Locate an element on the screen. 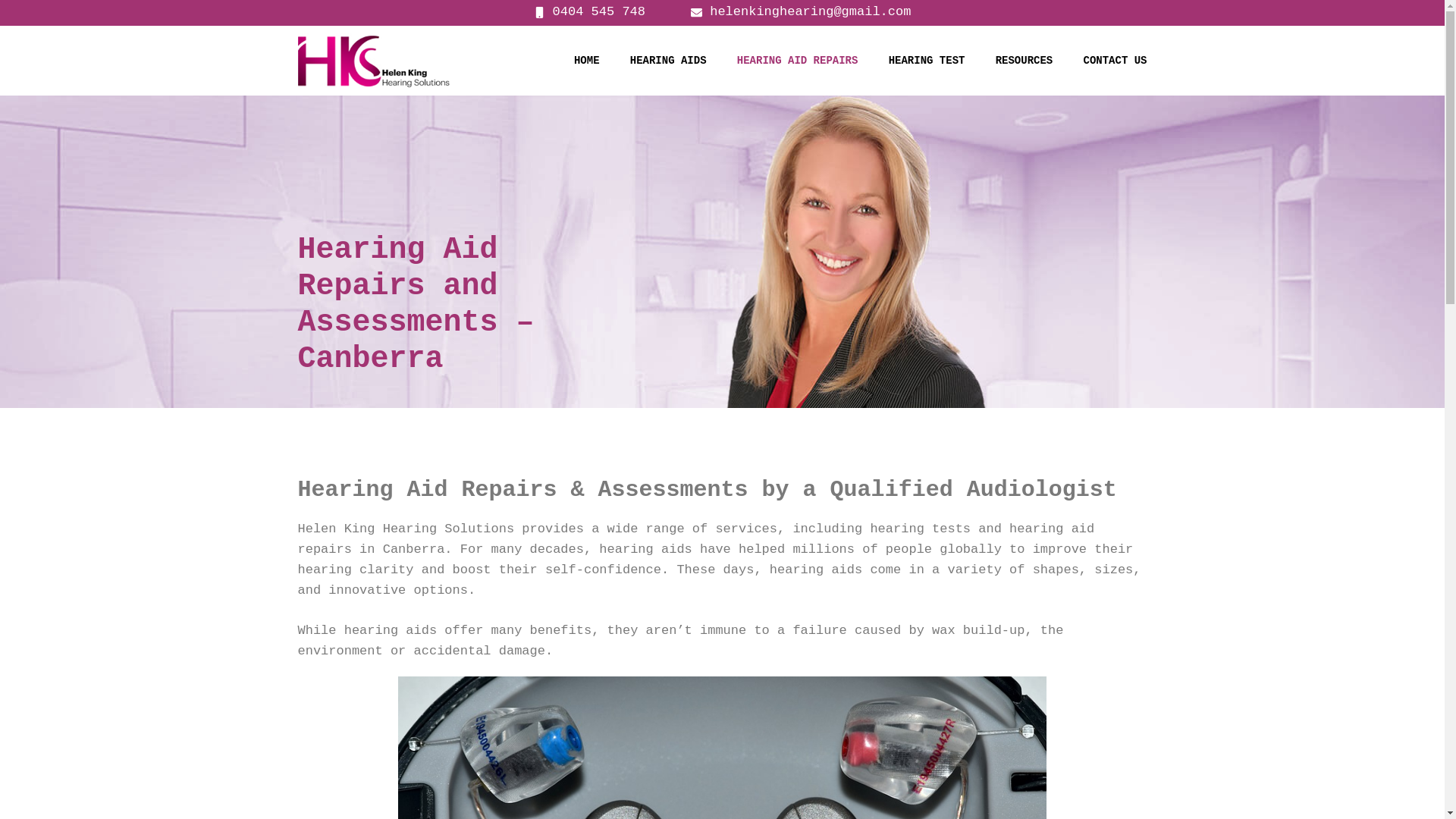 The height and width of the screenshot is (819, 1456). 'HOME' is located at coordinates (585, 60).